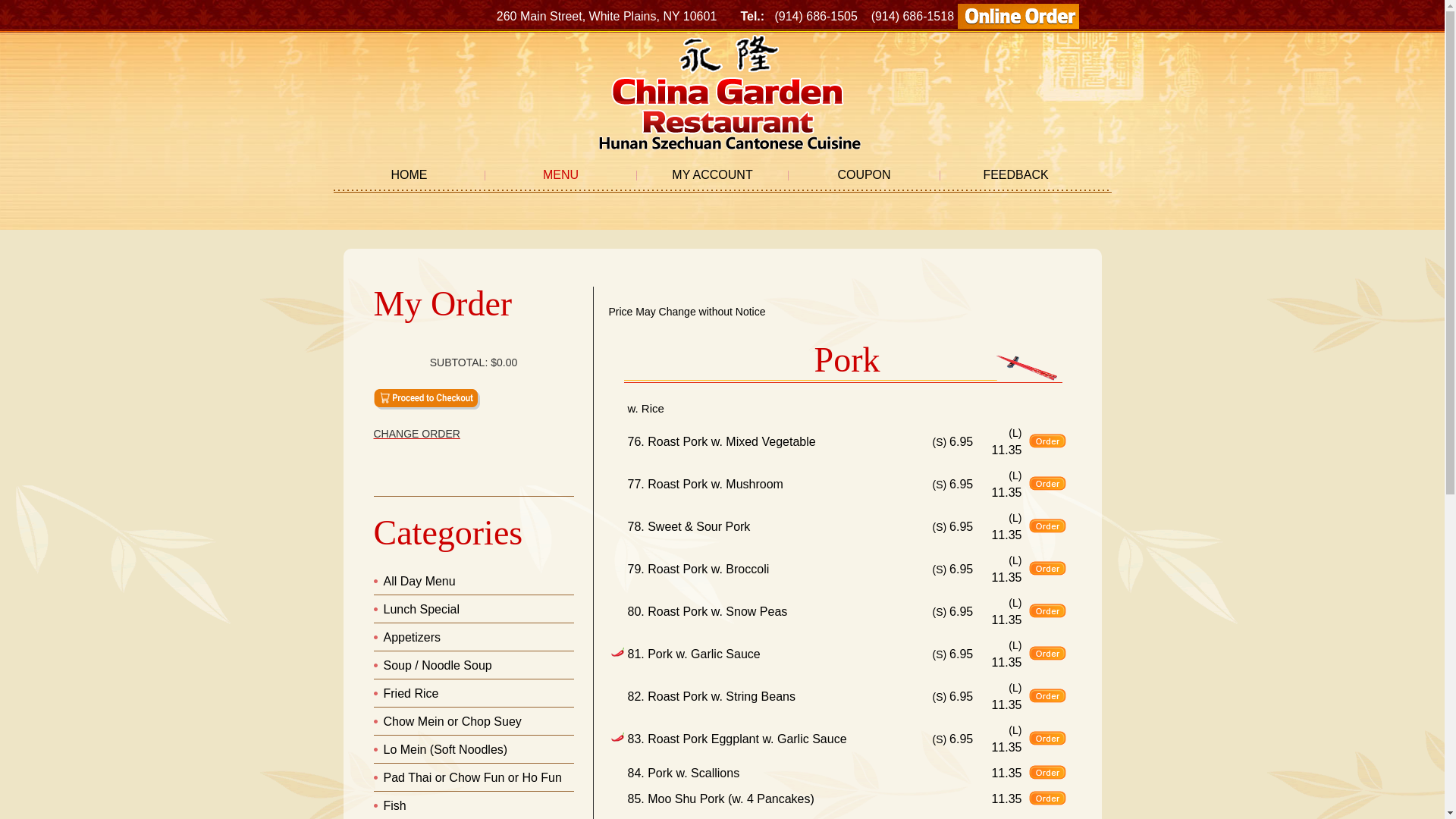 The height and width of the screenshot is (819, 1456). I want to click on 'Appetizers', so click(383, 637).